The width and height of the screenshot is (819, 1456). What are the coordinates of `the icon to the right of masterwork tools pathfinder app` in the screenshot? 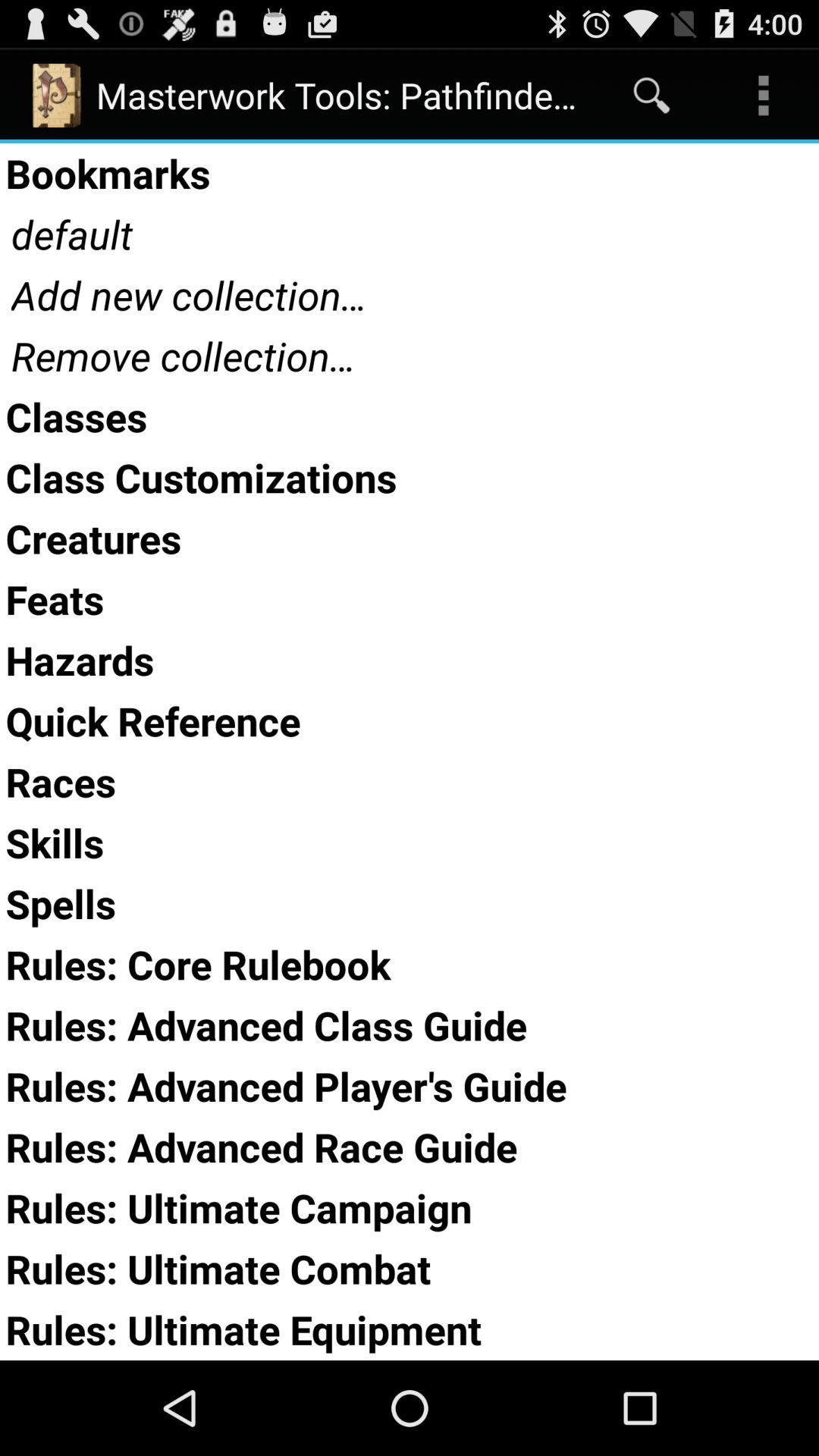 It's located at (651, 94).